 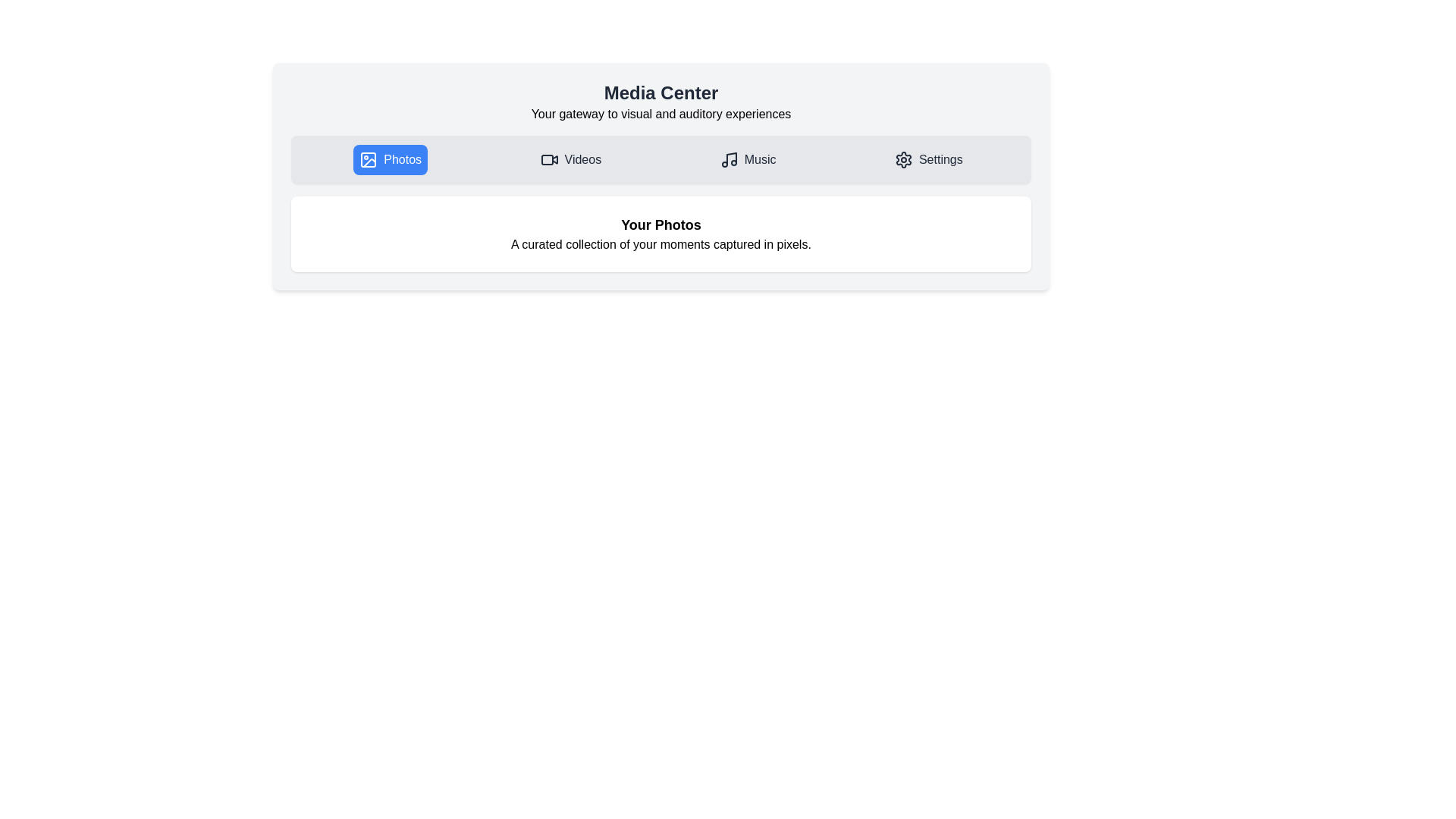 I want to click on the settings icon, which is a minimalistic hollow cogwheel located in the top right corner of the menu bar, so click(x=903, y=160).